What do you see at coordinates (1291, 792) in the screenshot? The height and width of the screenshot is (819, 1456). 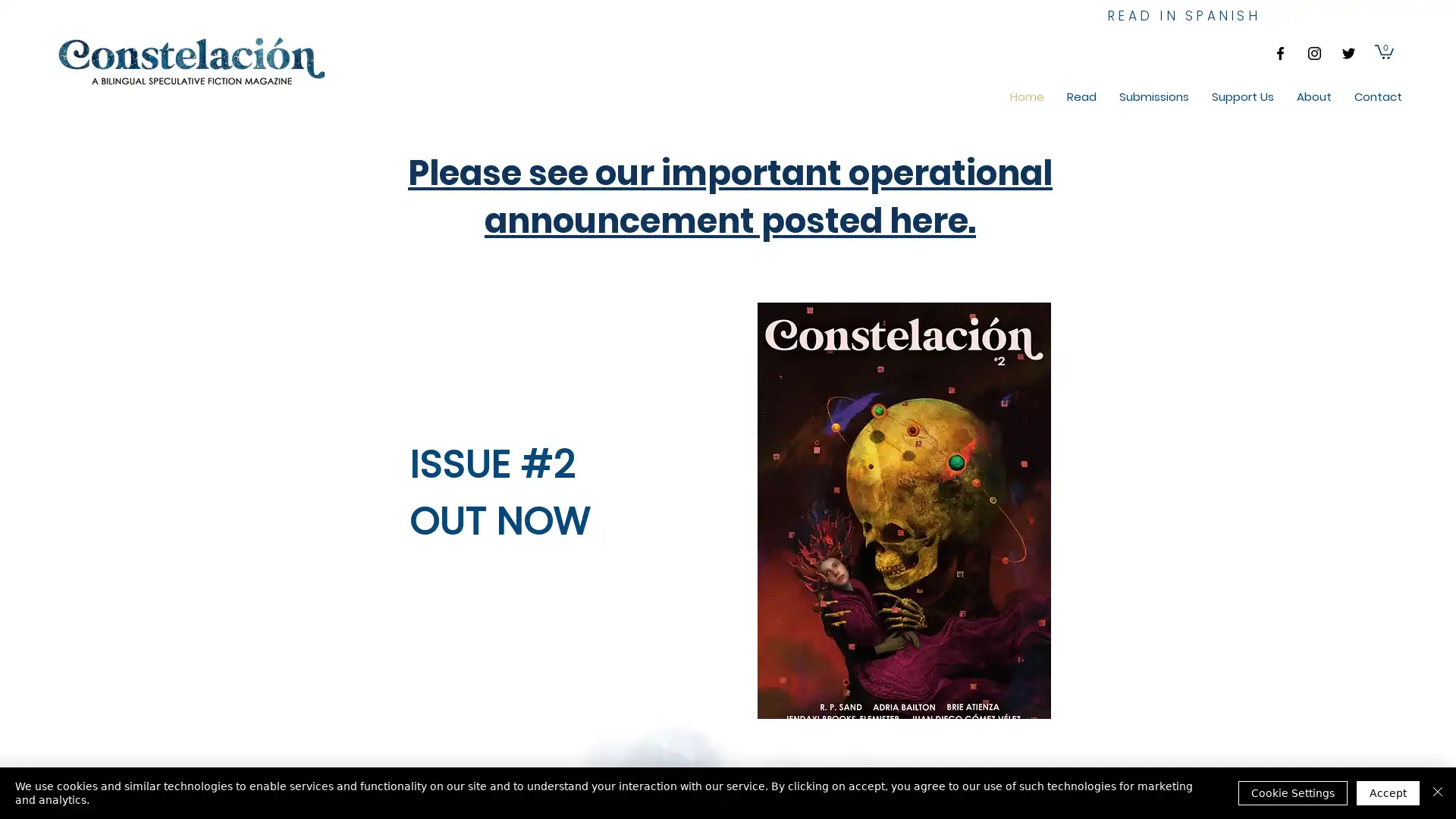 I see `Cookie Settings` at bounding box center [1291, 792].